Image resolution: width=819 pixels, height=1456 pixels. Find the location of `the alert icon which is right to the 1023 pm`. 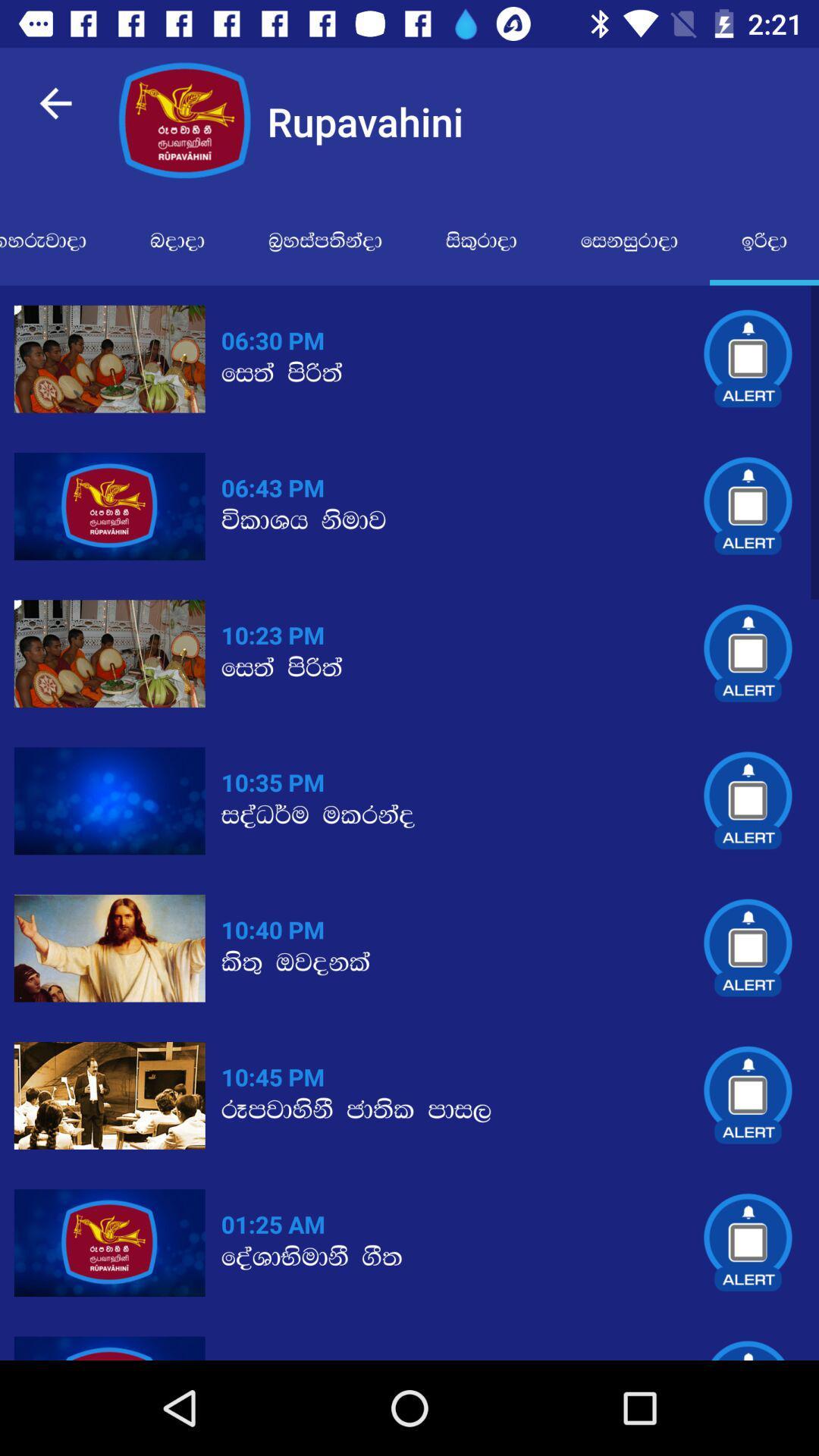

the alert icon which is right to the 1023 pm is located at coordinates (748, 654).